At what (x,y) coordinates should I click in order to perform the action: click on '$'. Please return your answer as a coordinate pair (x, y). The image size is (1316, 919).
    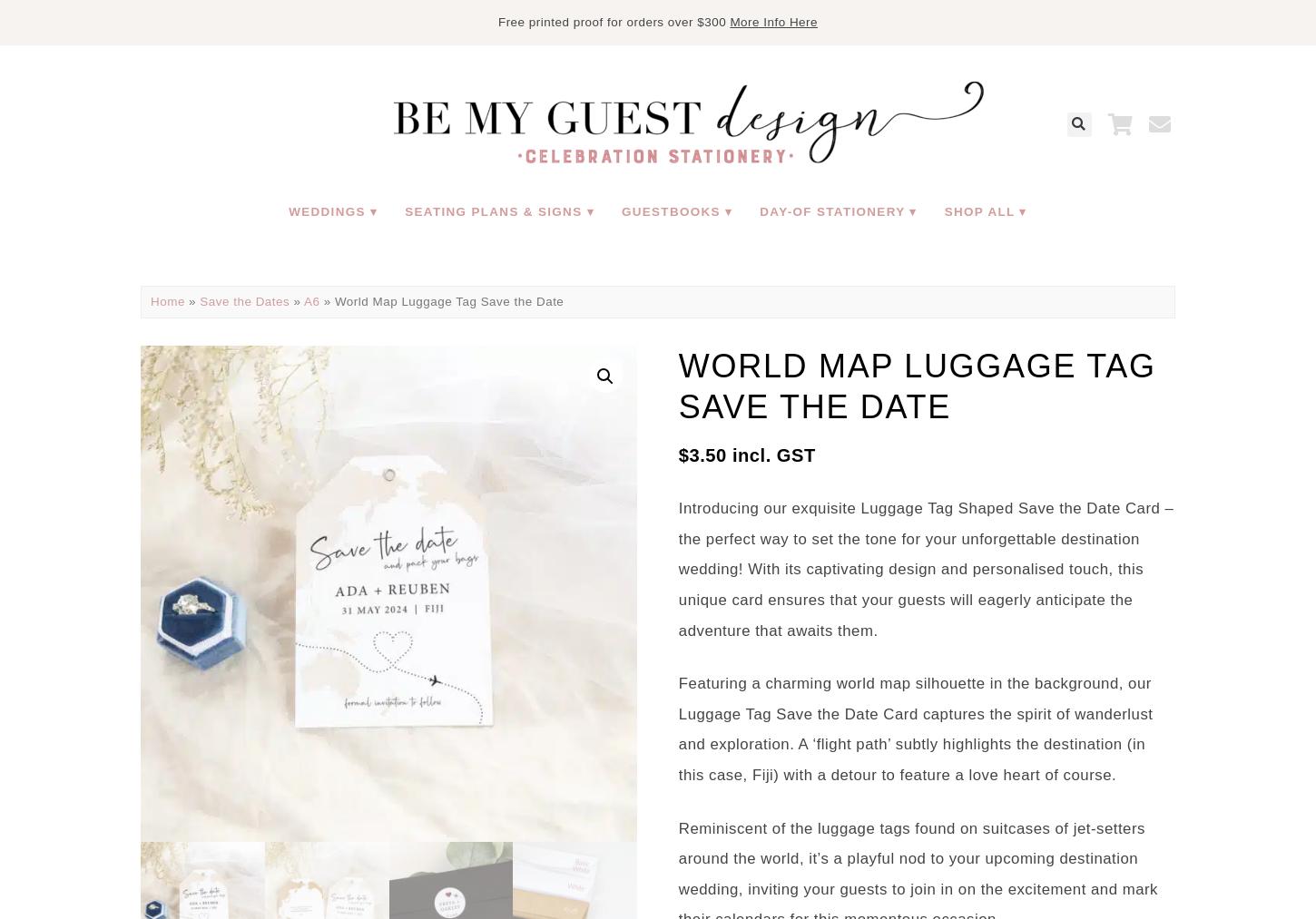
    Looking at the image, I should click on (683, 454).